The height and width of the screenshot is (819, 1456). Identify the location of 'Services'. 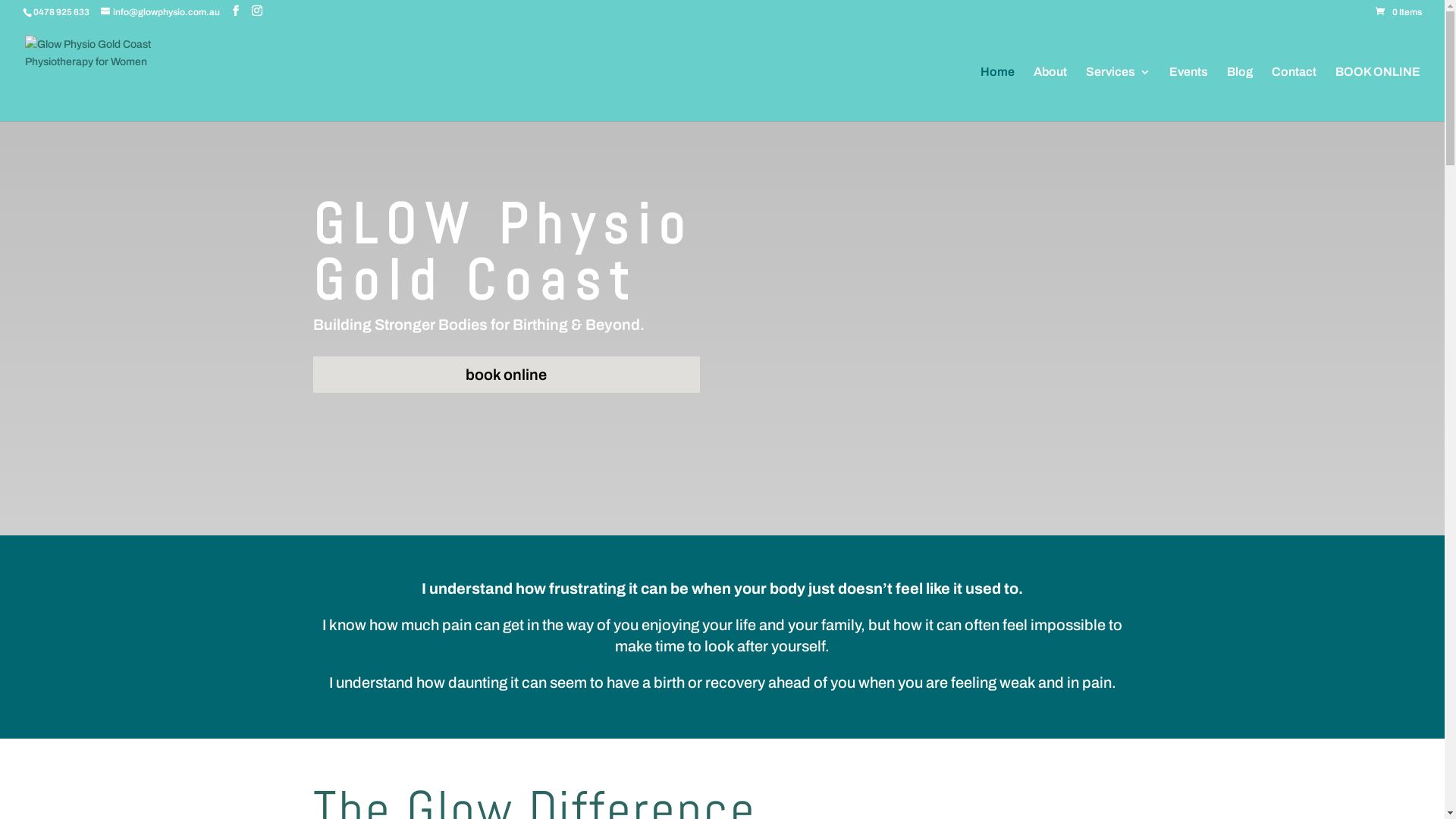
(1118, 93).